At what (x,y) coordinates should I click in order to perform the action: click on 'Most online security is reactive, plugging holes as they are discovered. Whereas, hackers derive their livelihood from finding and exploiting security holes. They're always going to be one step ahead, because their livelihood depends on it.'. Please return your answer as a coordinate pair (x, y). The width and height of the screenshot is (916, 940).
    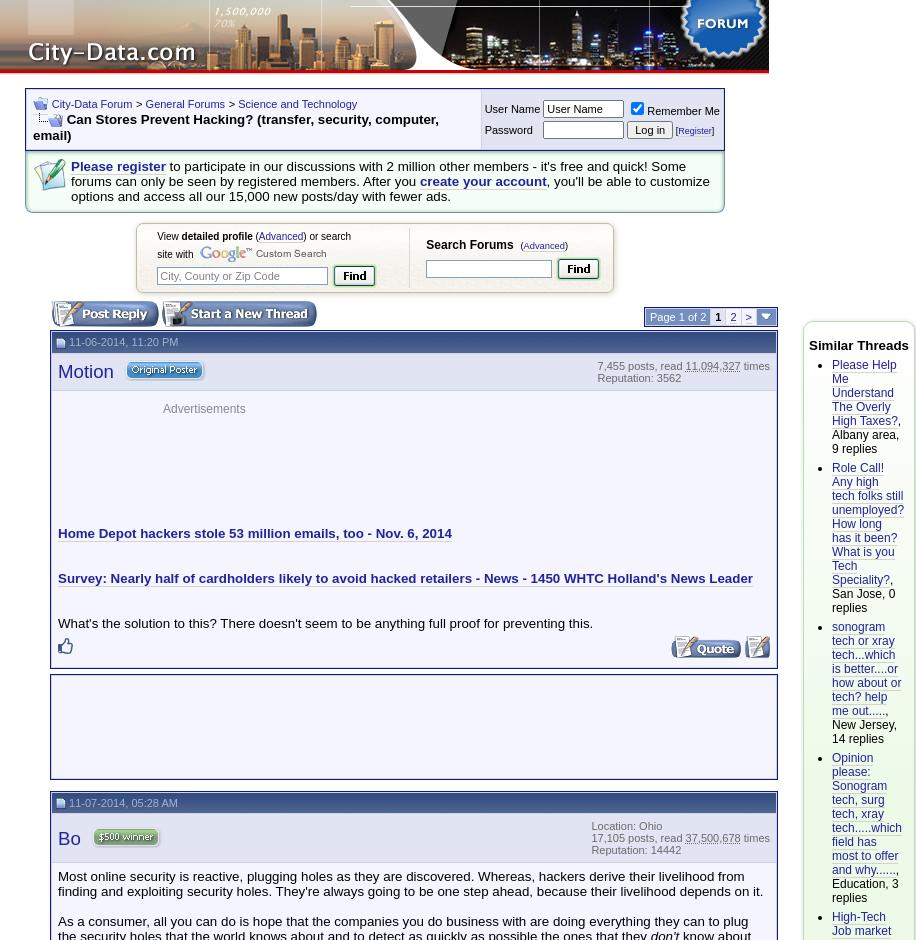
    Looking at the image, I should click on (409, 883).